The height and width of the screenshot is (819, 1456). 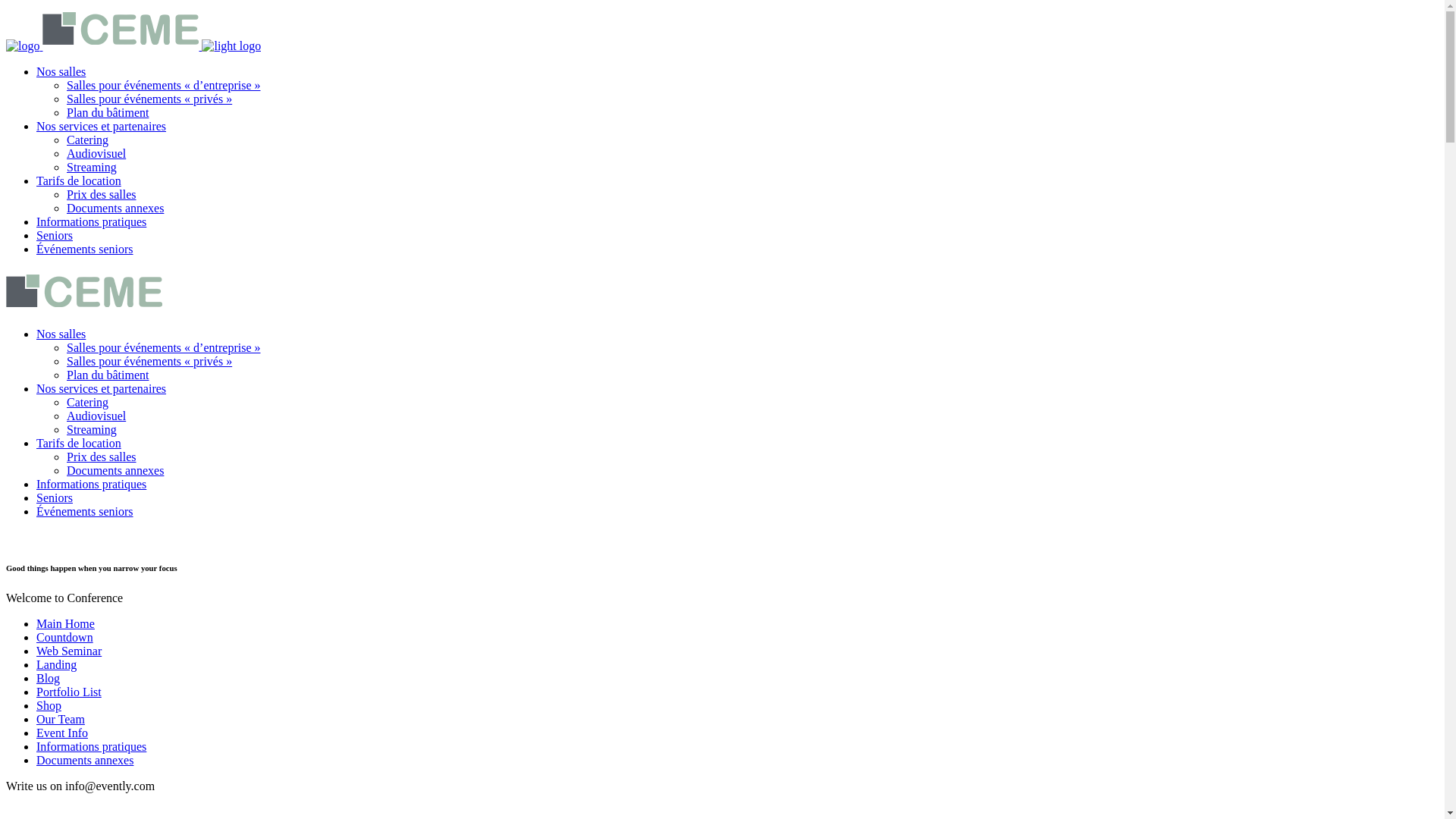 I want to click on 'Seniors', so click(x=55, y=497).